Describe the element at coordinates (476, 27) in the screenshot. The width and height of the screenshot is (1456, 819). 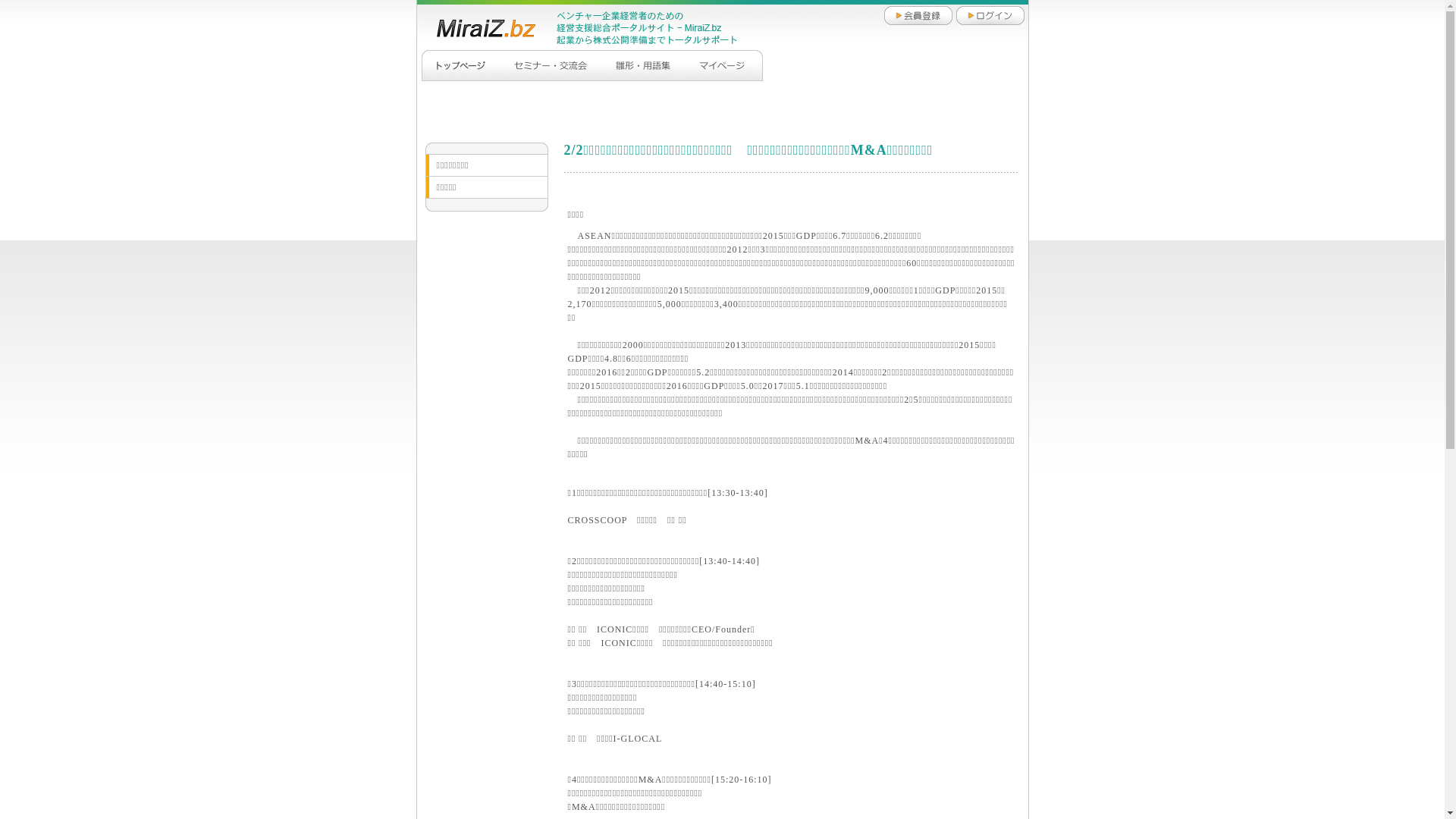
I see `'MiraiZ.bz'` at that location.